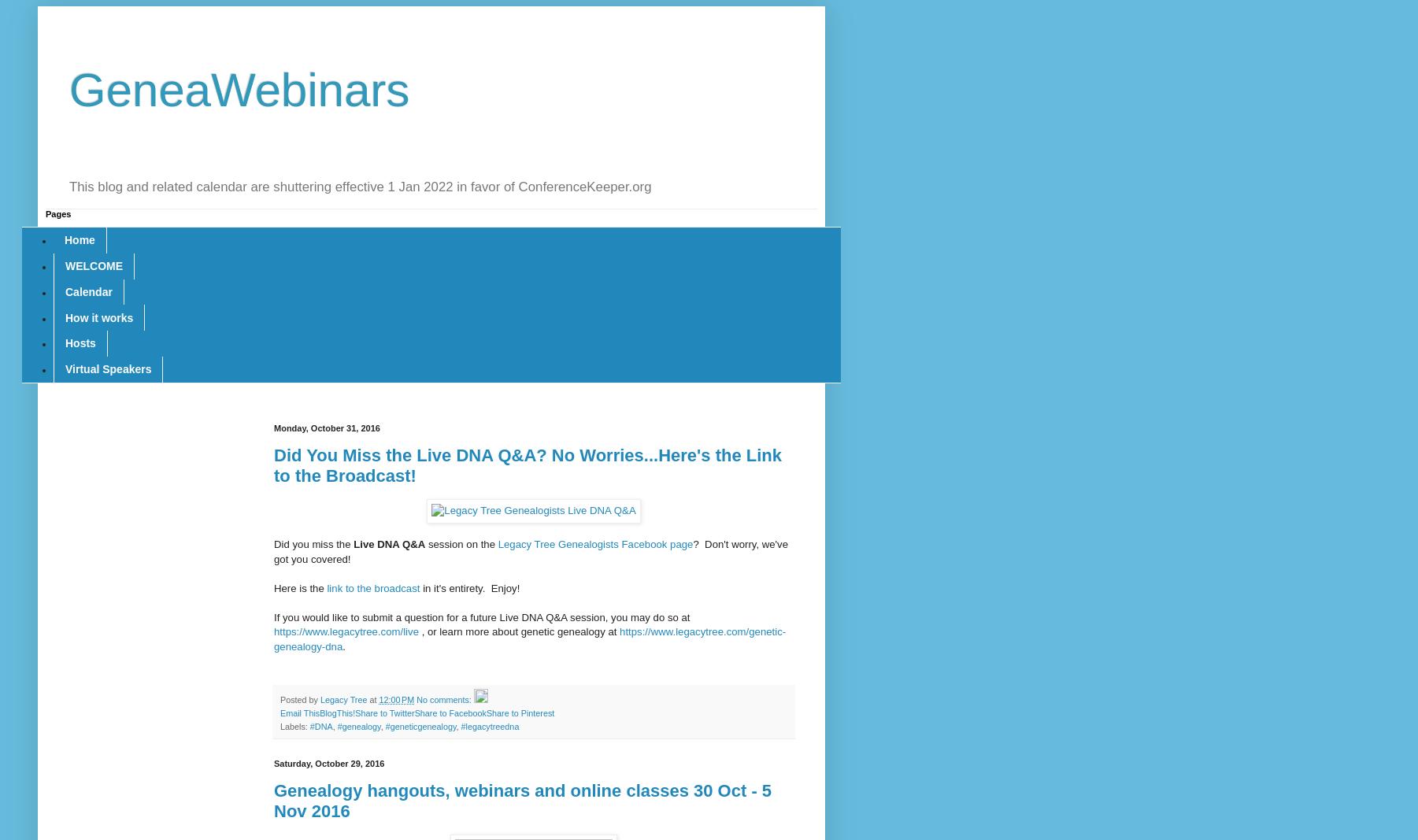  I want to click on 'Email This', so click(299, 712).